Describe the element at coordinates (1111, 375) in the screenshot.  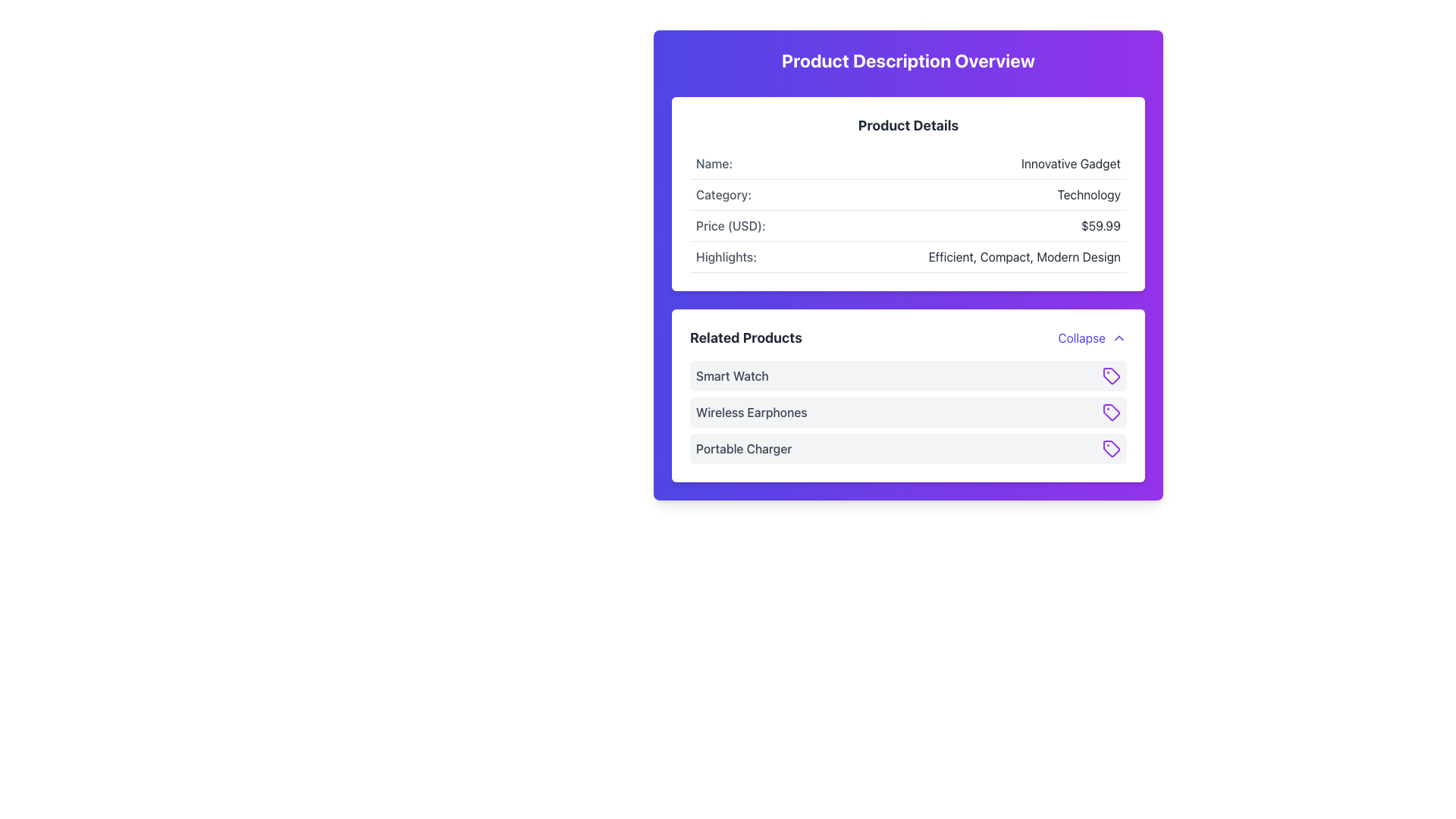
I see `the decorative icon representing the 'Smart Watch' in the 'Related Products' section` at that location.